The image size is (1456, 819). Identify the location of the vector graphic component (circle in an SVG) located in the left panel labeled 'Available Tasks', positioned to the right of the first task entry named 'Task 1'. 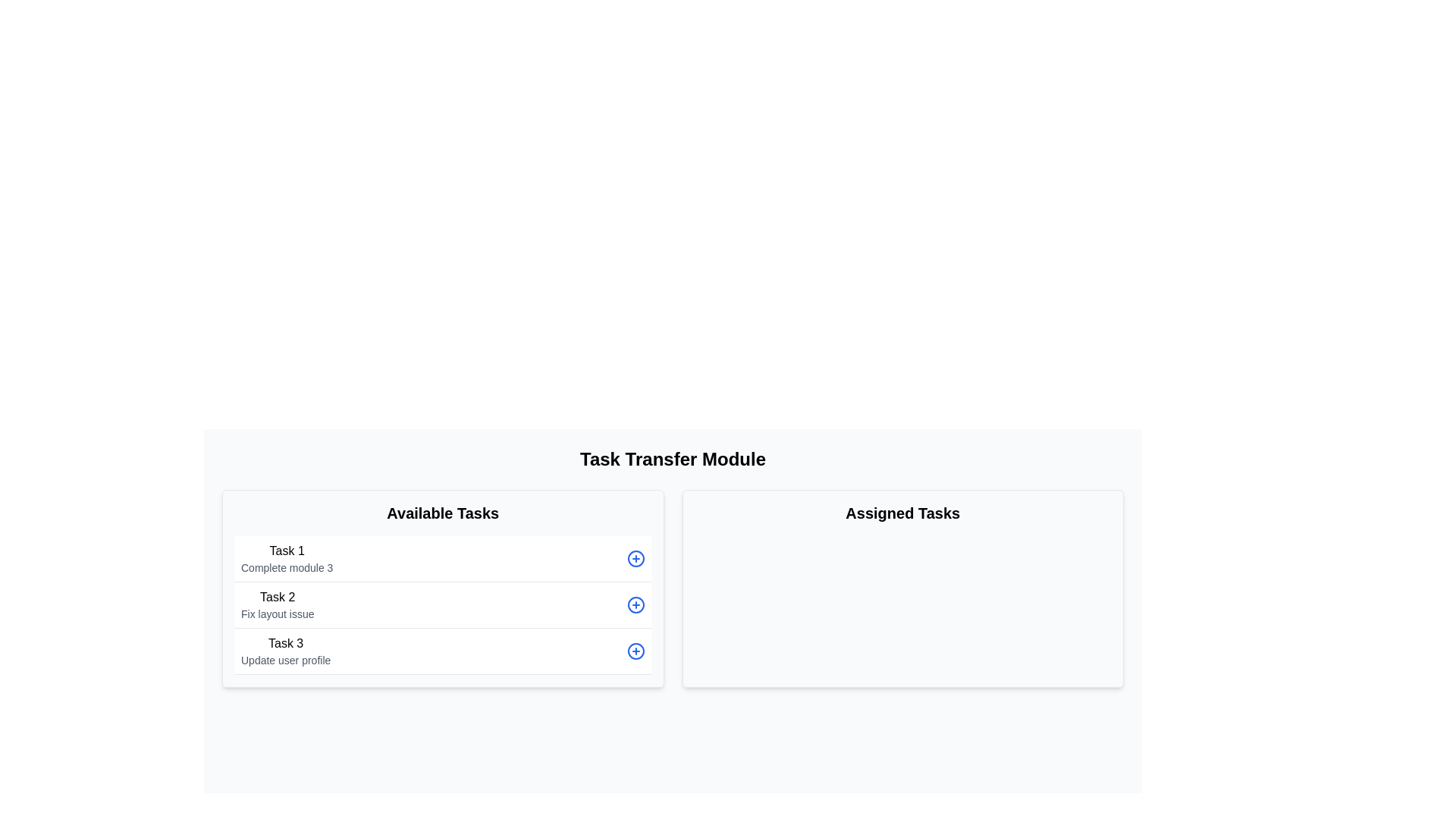
(635, 558).